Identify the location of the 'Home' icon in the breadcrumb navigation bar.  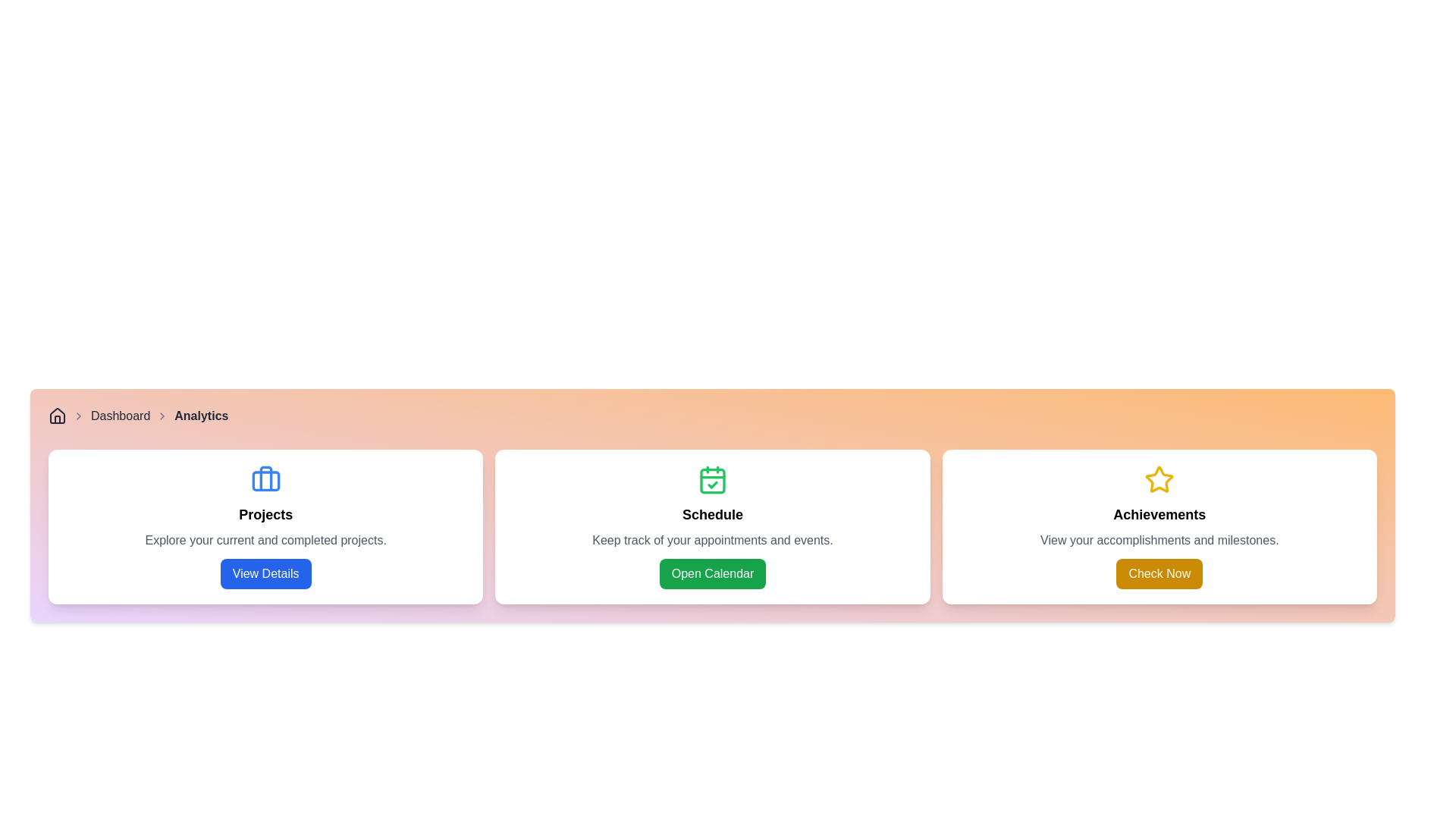
(58, 416).